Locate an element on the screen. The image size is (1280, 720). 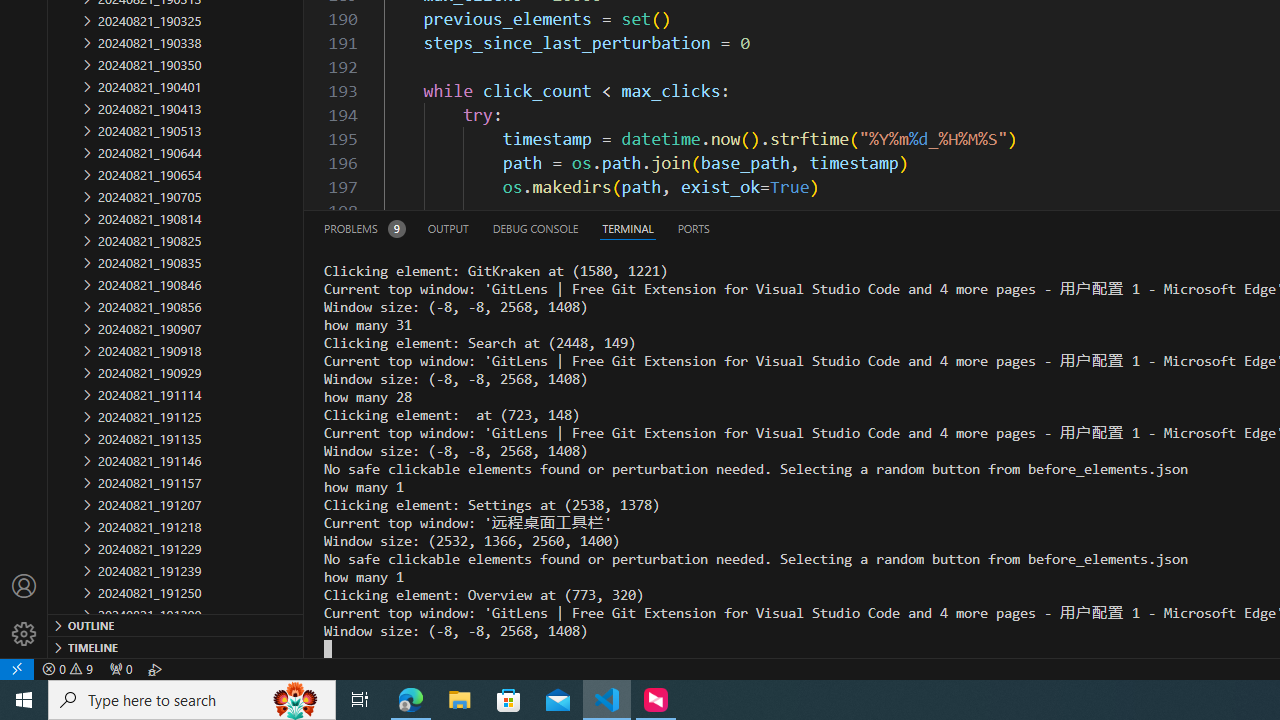
'Problems (Ctrl+Shift+M) - Total 9 Problems' is located at coordinates (364, 227).